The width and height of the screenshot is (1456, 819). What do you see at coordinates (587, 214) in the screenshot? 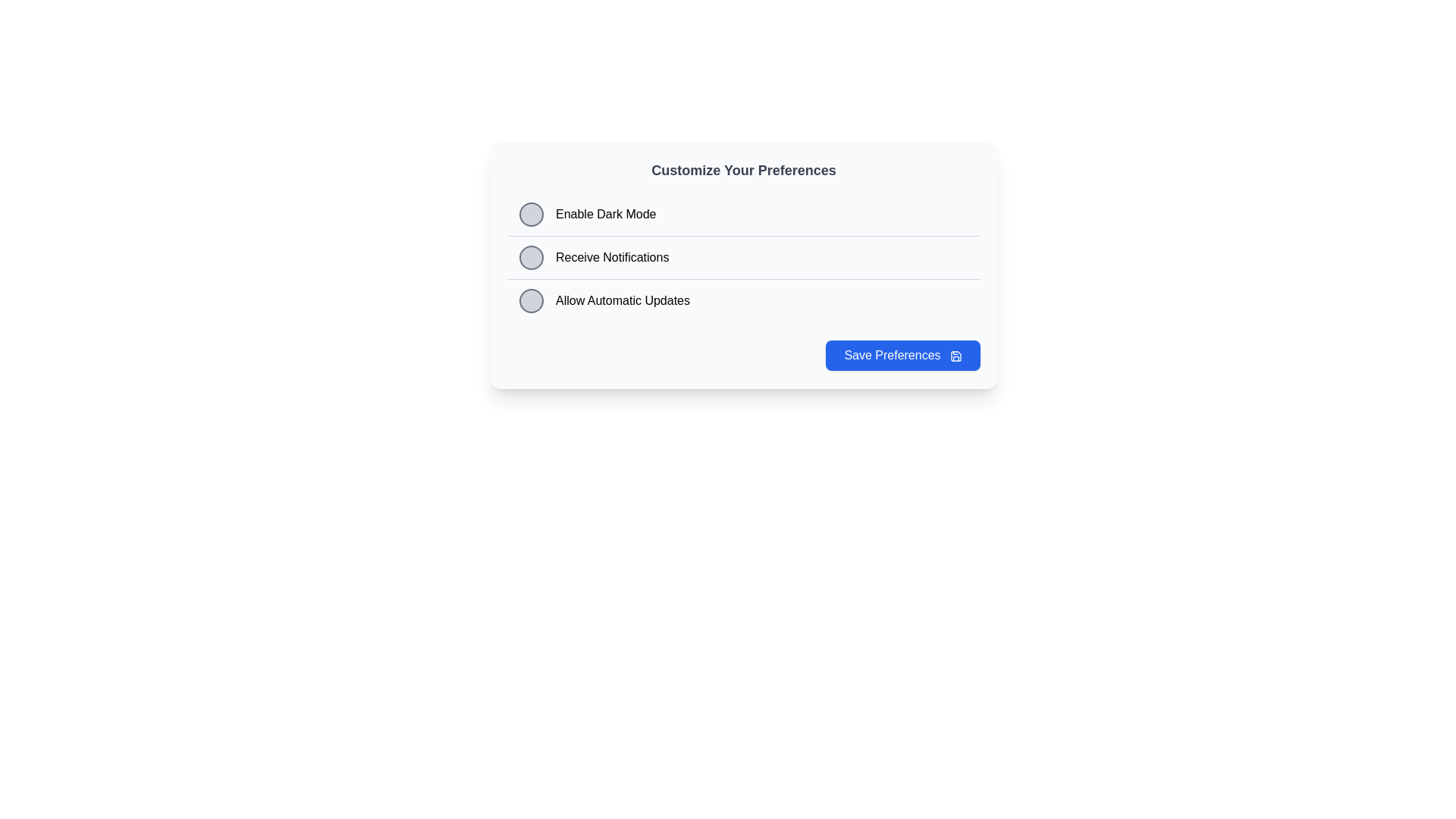
I see `the 'Enable Dark Mode' label in the preference options, which features a circular unselected radio button styled in gray, located at the top of the list in a centered modal window` at bounding box center [587, 214].